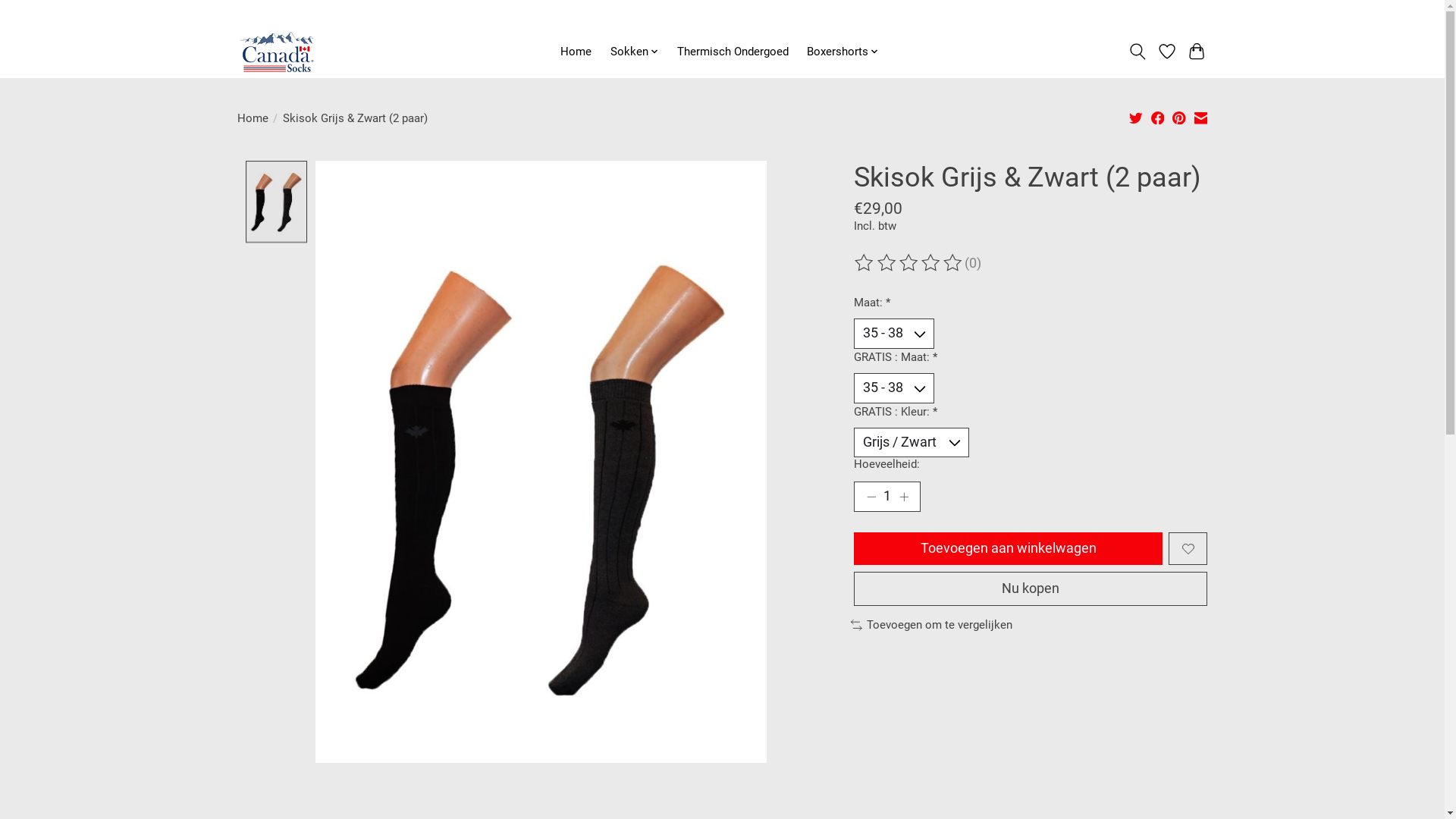  I want to click on 'Nu kopen', so click(1030, 588).